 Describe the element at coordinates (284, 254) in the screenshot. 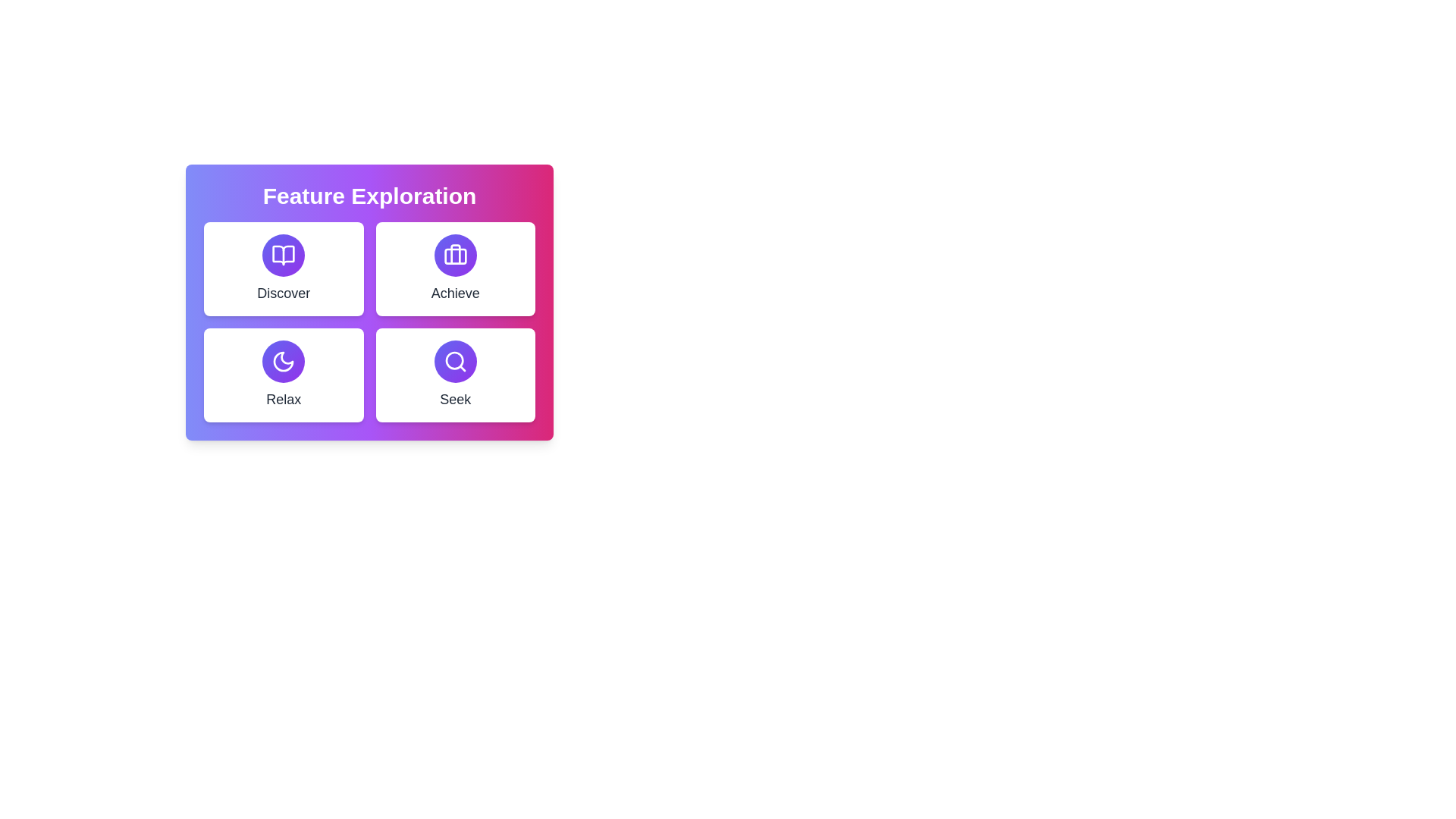

I see `the decorative 'Discover' icon located in the upper-left section of the 'Feature Exploration' card, positioned in the first row and first column of the grid layout` at that location.